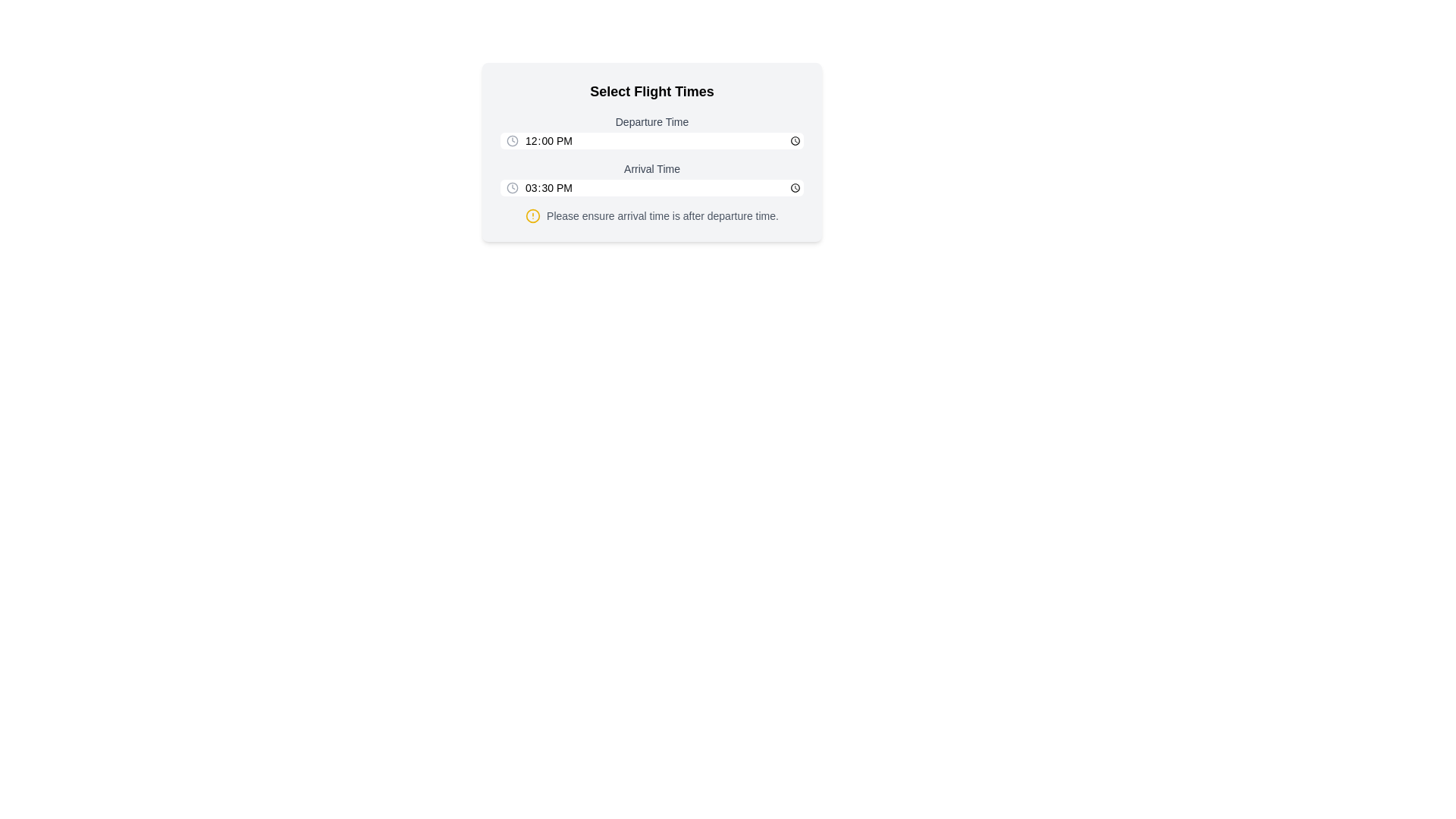 This screenshot has height=819, width=1456. I want to click on the small gray clock icon located to the left of the arrival time input field, which features a rounded outline and a minimalistic clock face design, so click(513, 187).